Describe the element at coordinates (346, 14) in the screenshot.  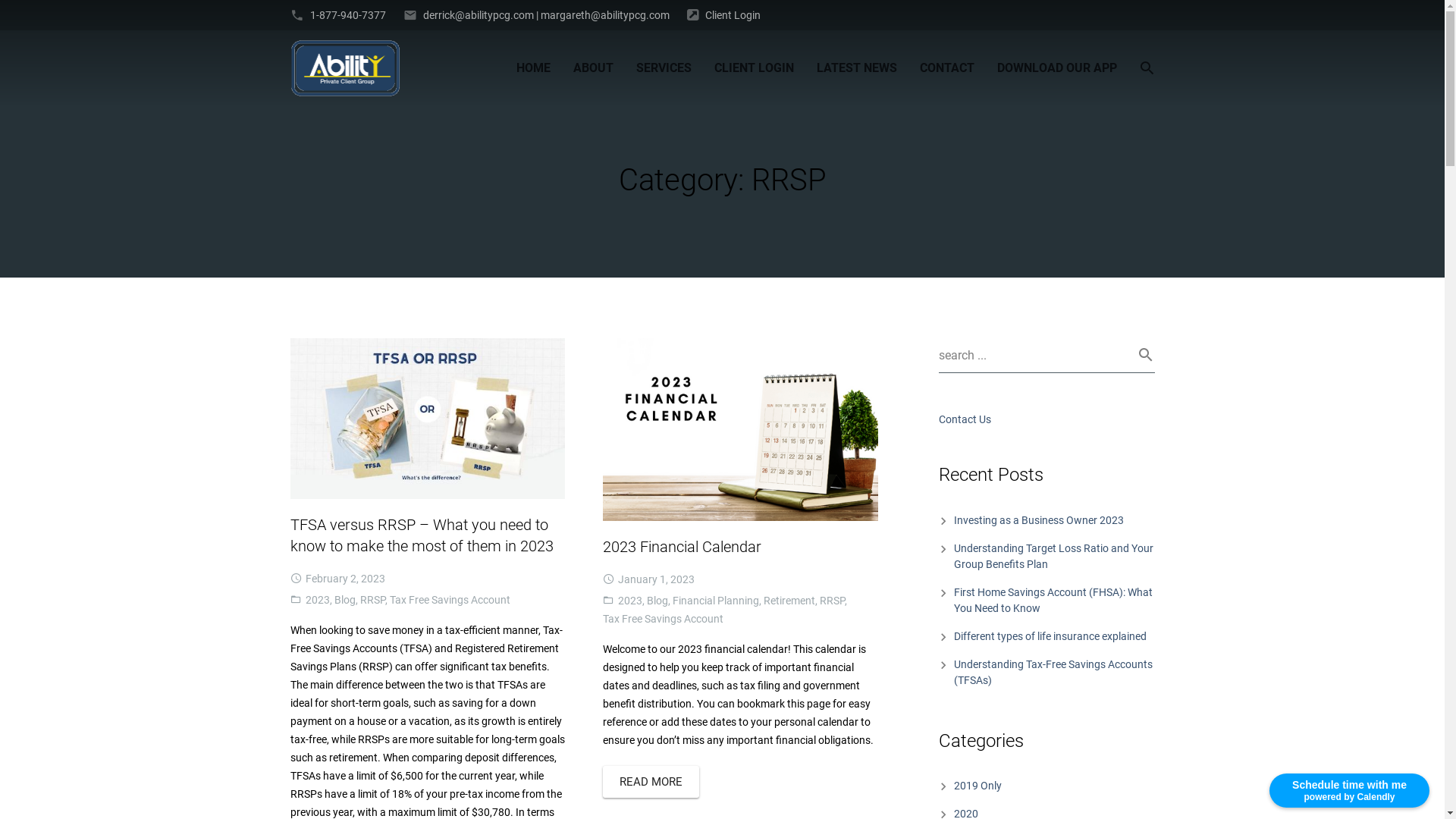
I see `'1-877-940-7377'` at that location.